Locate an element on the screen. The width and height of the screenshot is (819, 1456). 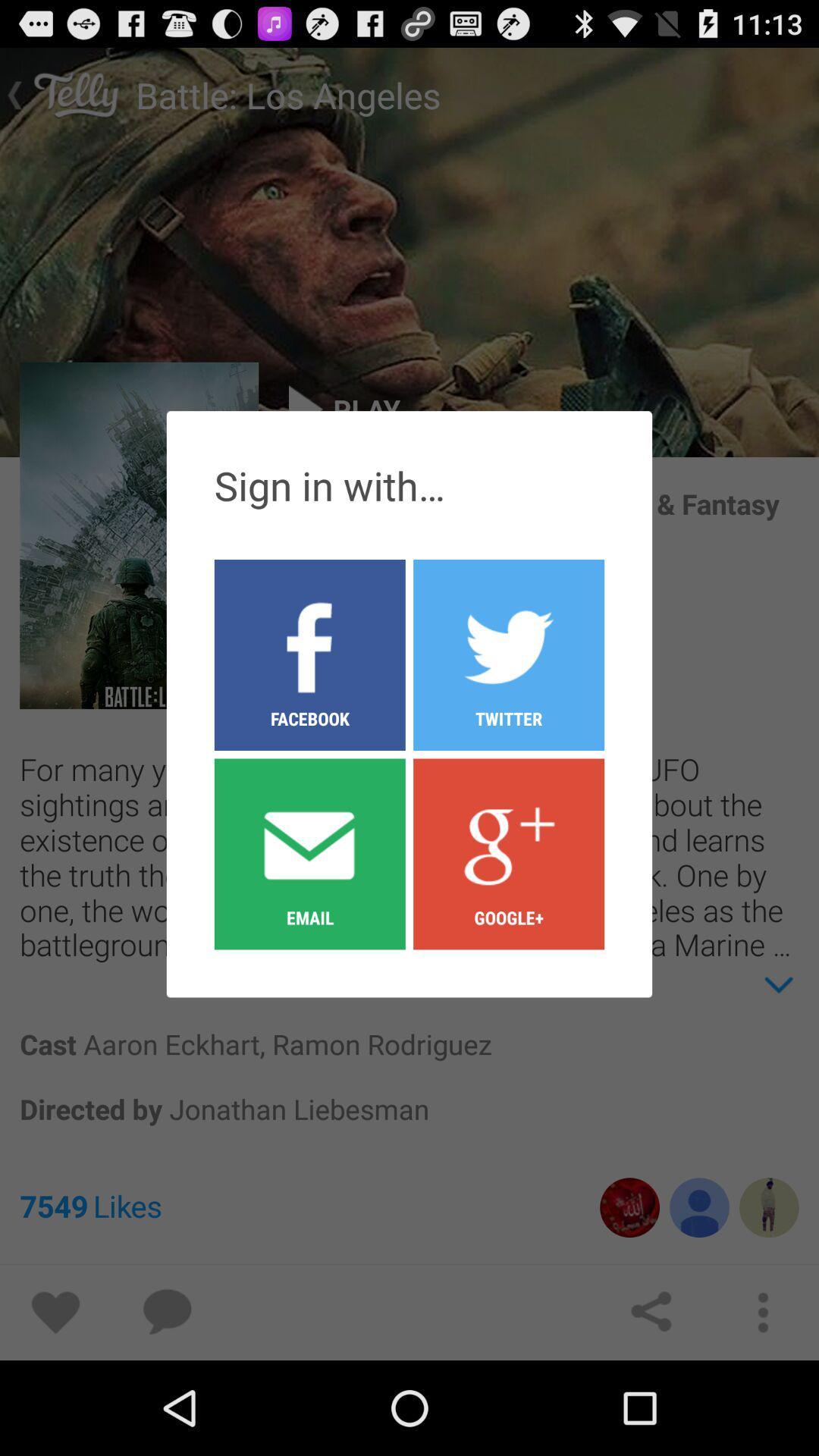
the icon below facebook icon is located at coordinates (309, 853).